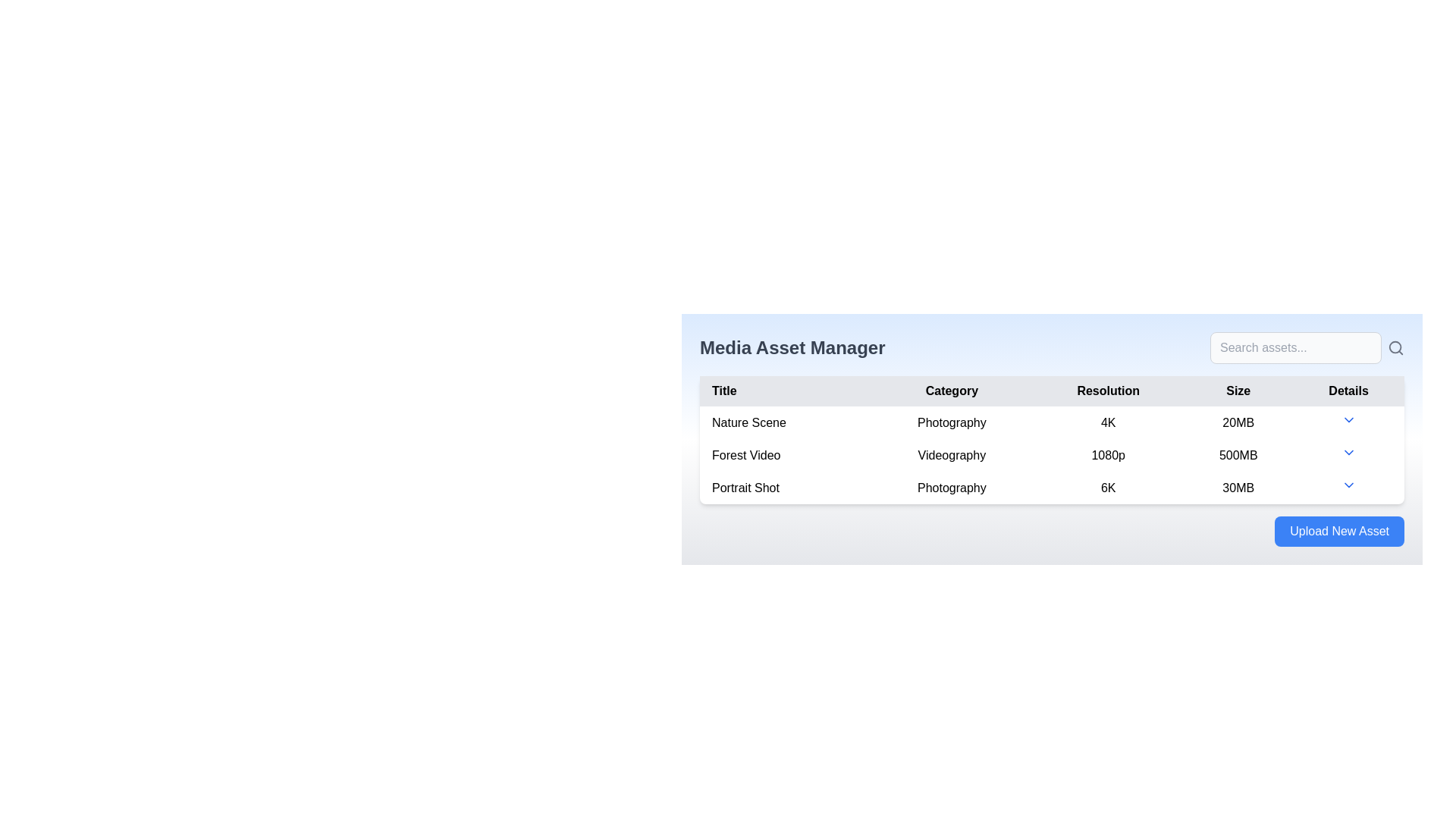  I want to click on text content of the 'Category' label located in the 'Nature Scene' row of the table, so click(951, 422).